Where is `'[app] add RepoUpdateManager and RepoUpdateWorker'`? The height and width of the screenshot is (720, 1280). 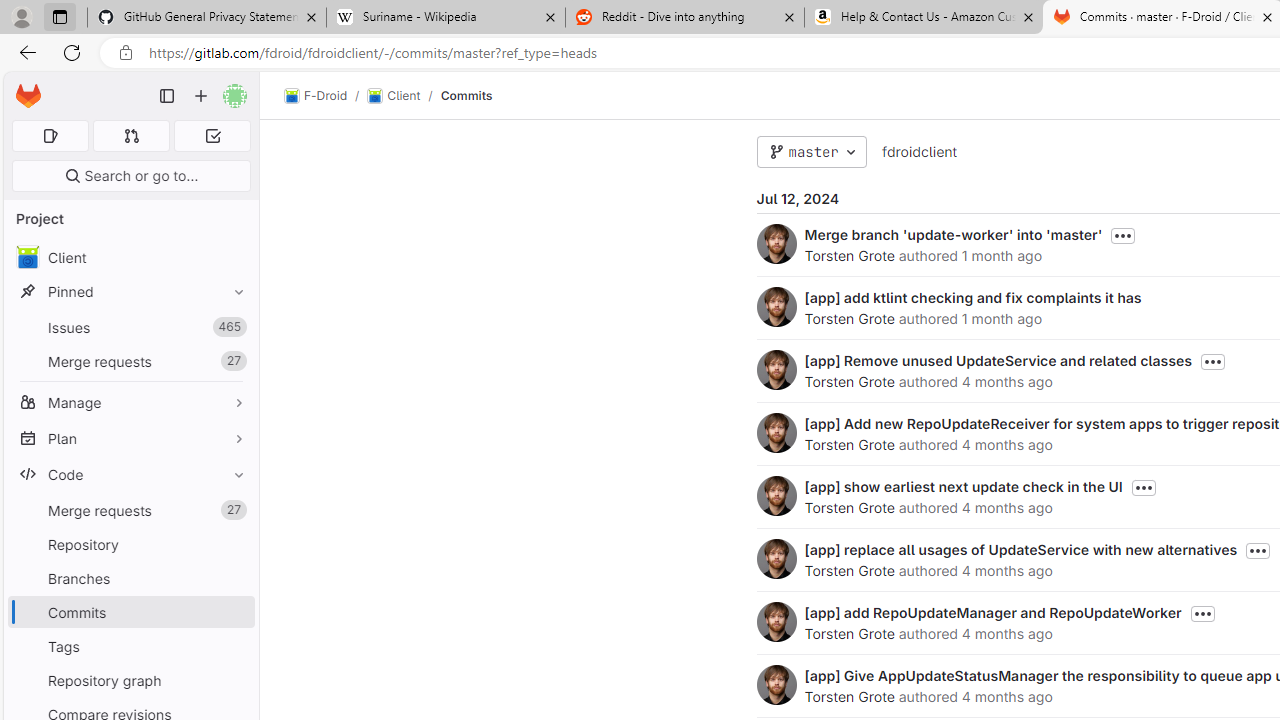 '[app] add RepoUpdateManager and RepoUpdateWorker' is located at coordinates (992, 611).